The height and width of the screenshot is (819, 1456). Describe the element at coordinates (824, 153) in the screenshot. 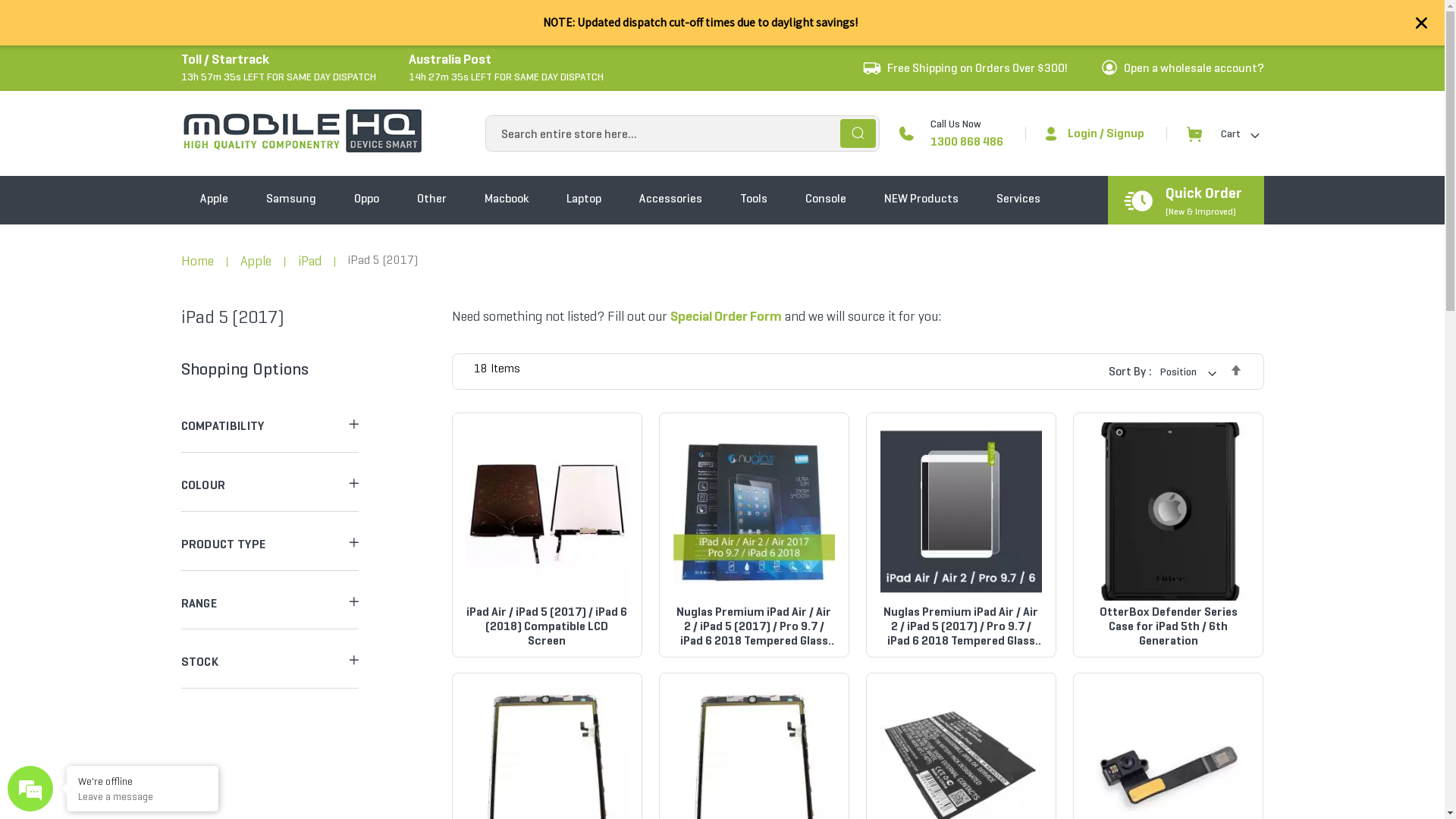

I see `'Console'` at that location.